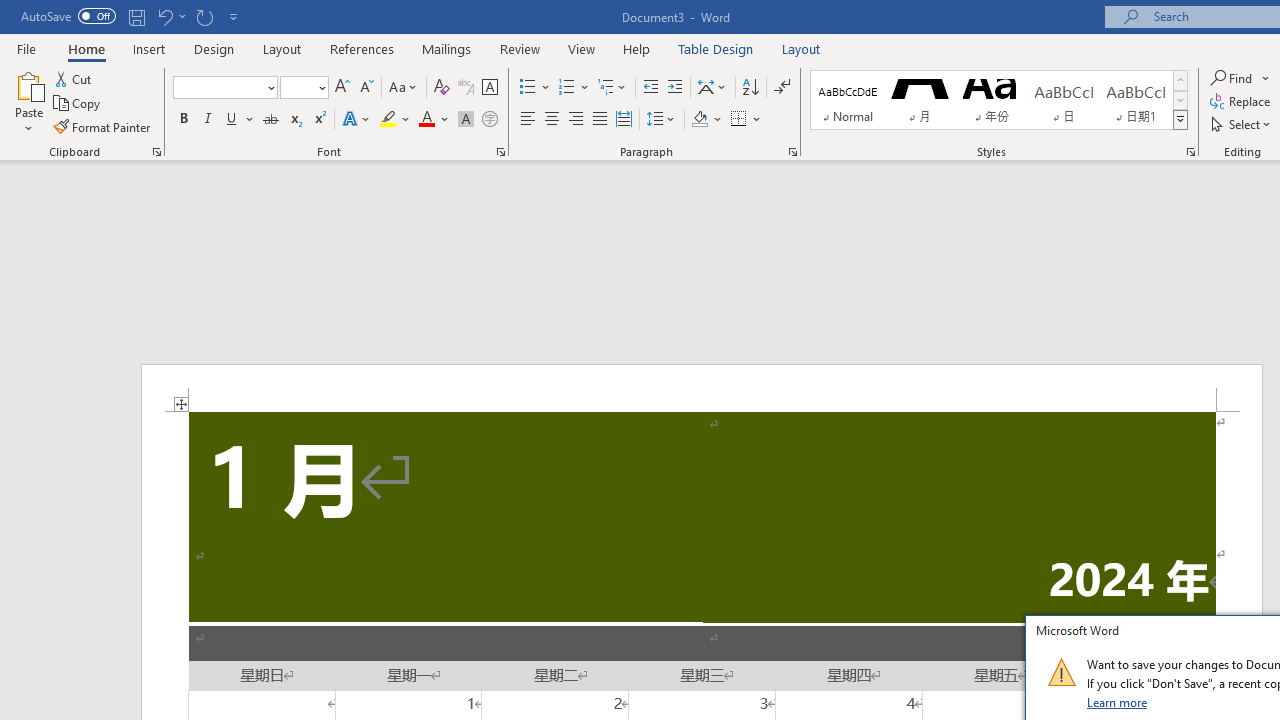  What do you see at coordinates (528, 119) in the screenshot?
I see `'Align Left'` at bounding box center [528, 119].